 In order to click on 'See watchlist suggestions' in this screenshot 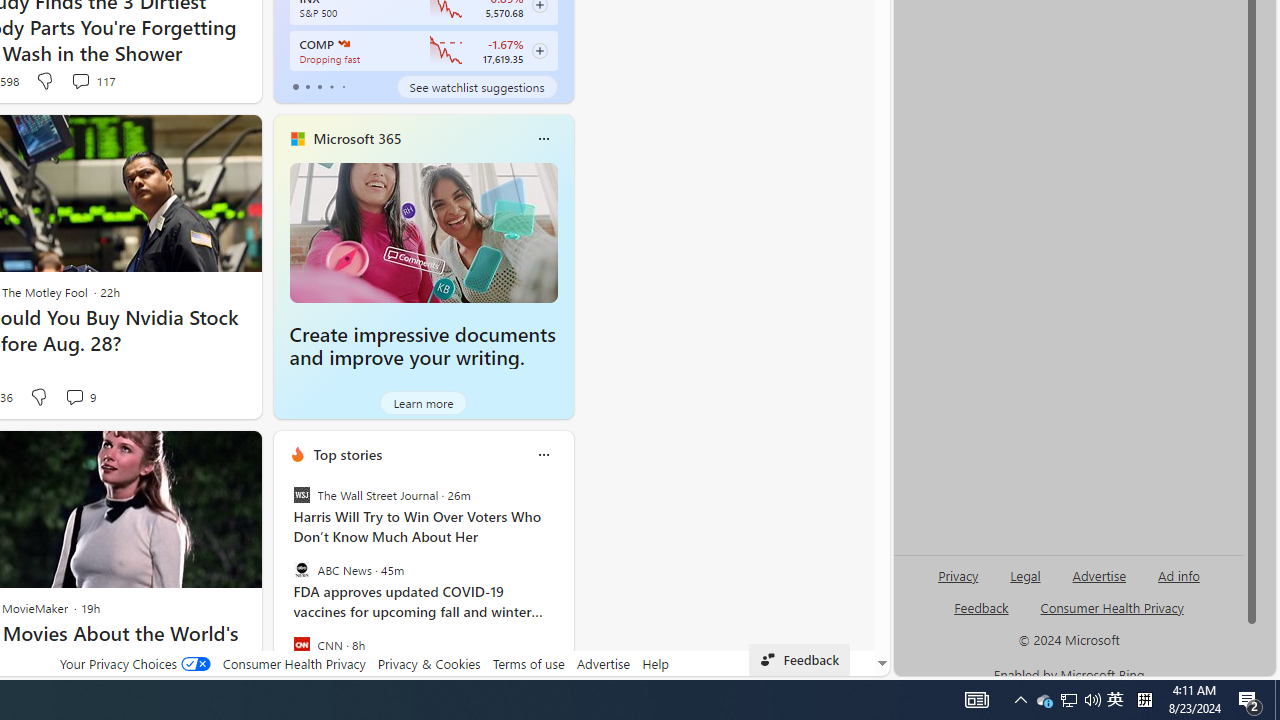, I will do `click(475, 86)`.